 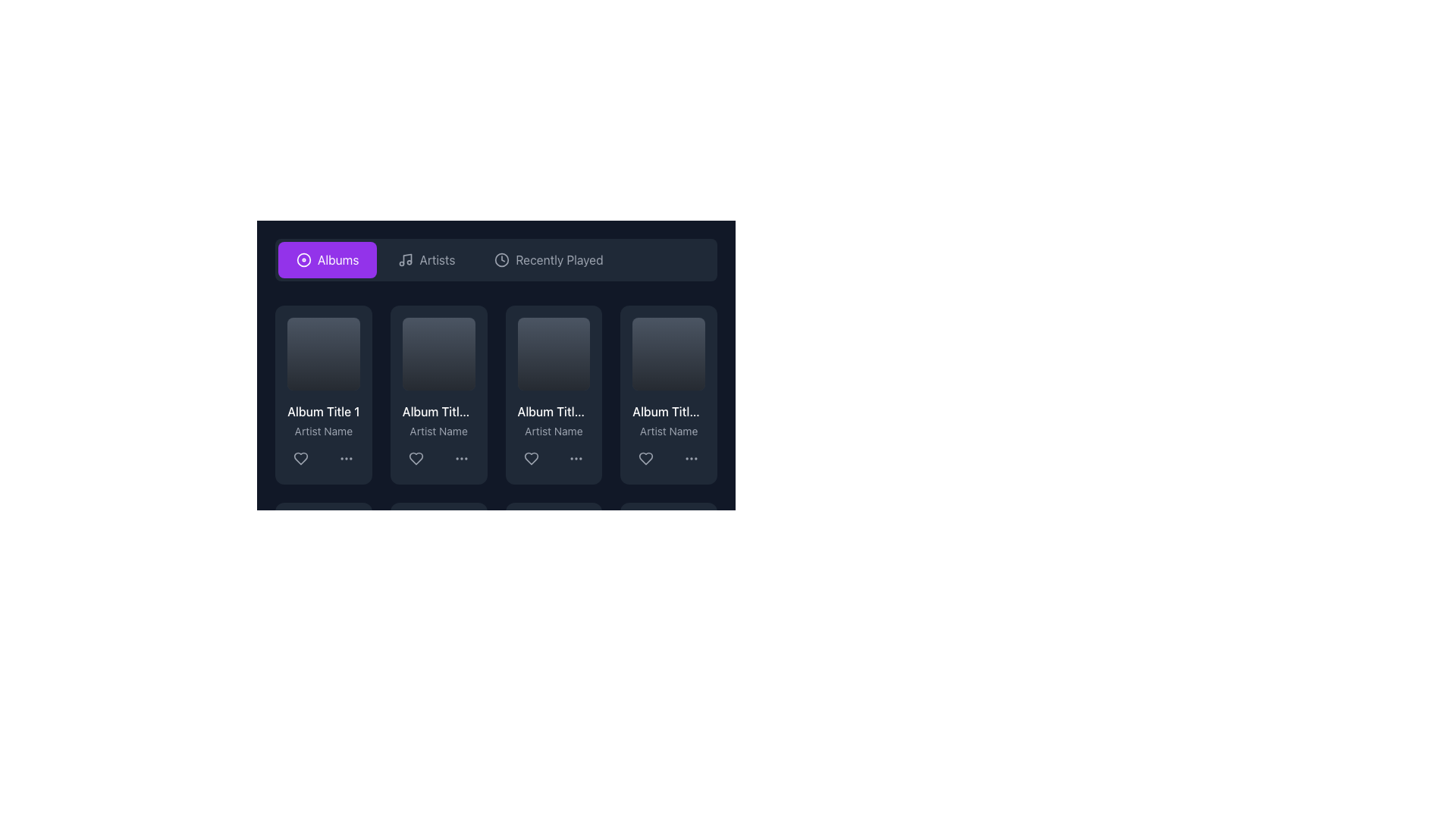 I want to click on the decorative circle within the SVG icon located to the left of the 'Albums' button in the navigation bar, so click(x=303, y=259).